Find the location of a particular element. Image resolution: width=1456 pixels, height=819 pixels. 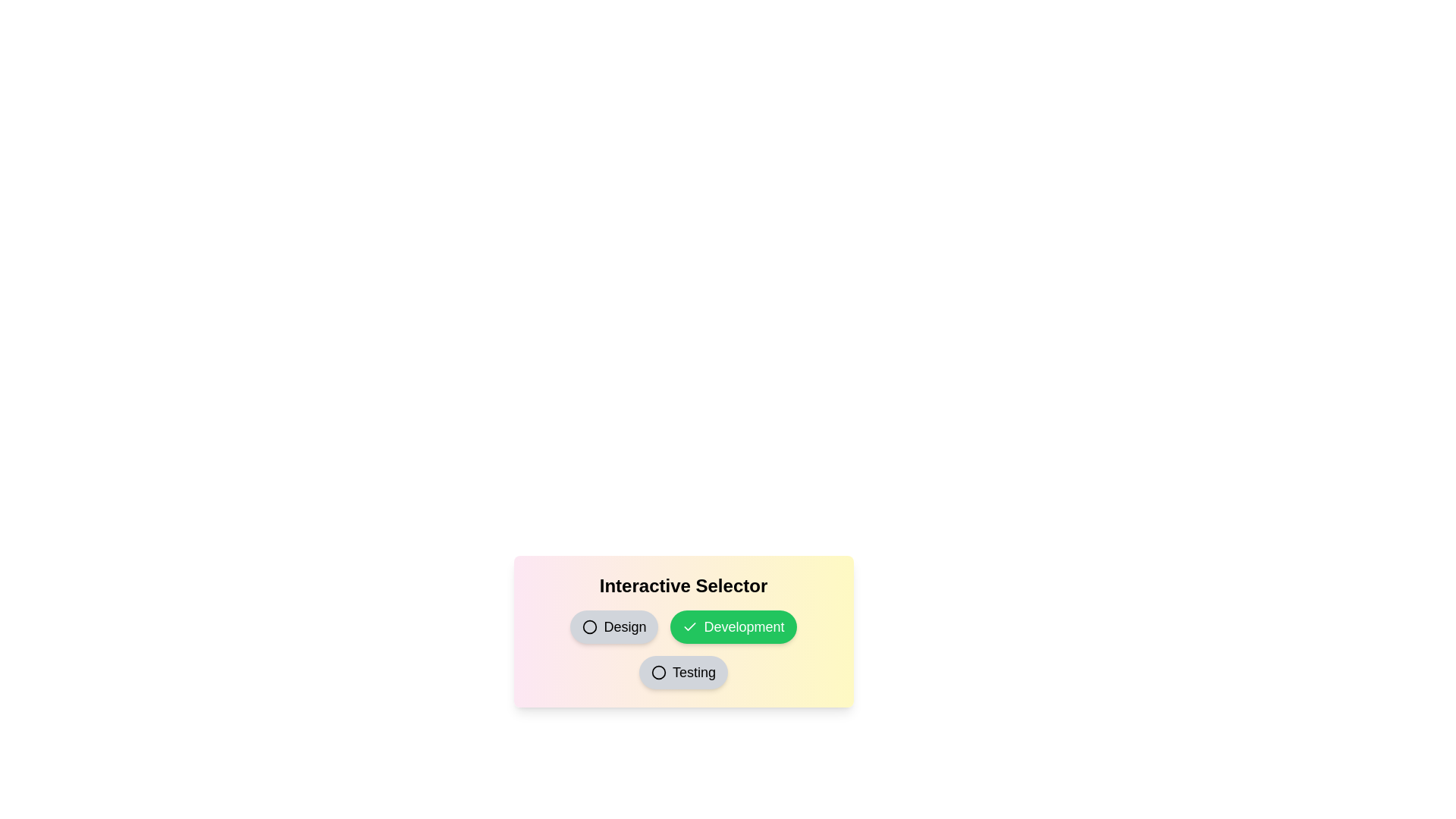

the 'Development' button to toggle its selection state is located at coordinates (733, 626).